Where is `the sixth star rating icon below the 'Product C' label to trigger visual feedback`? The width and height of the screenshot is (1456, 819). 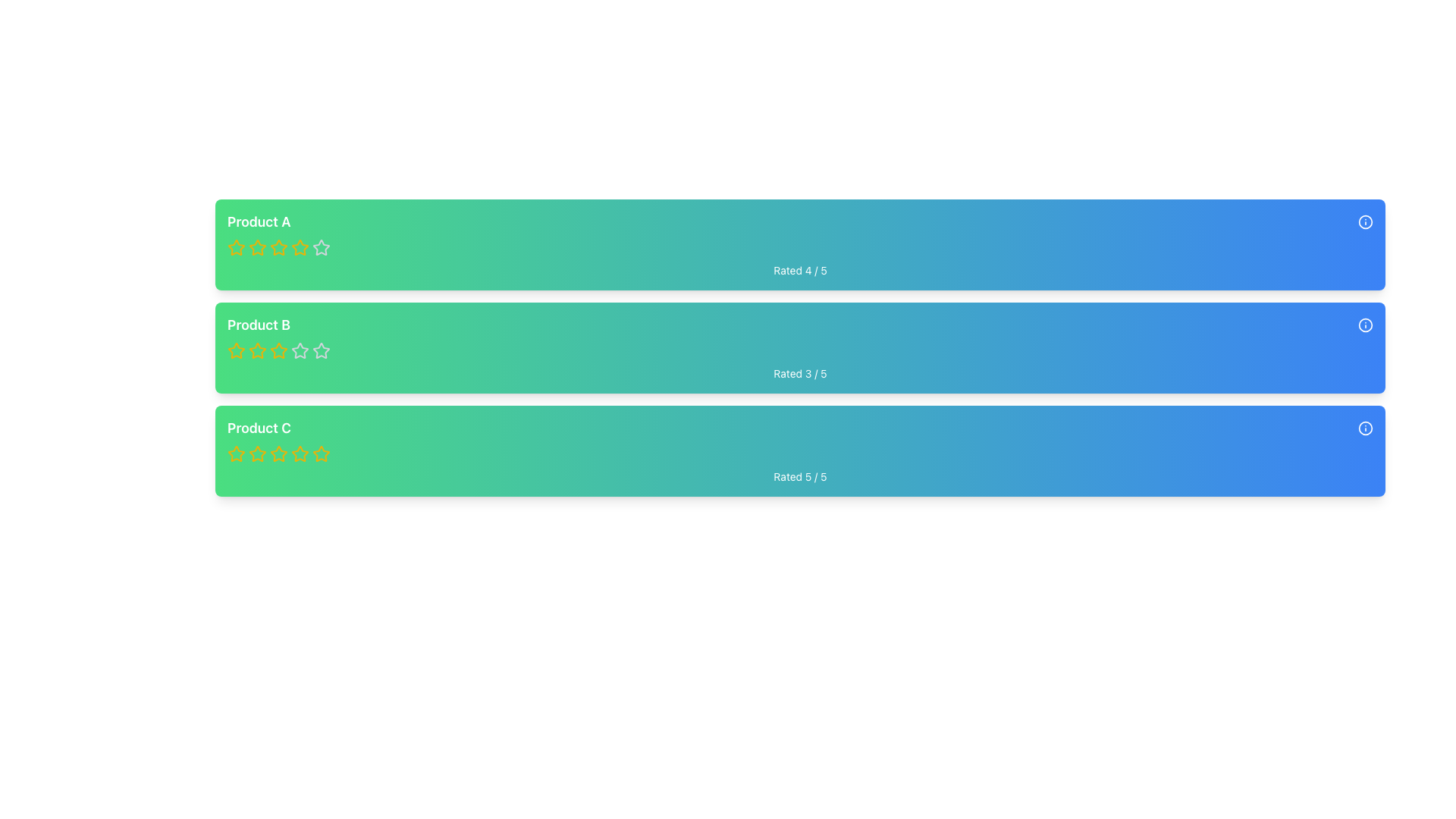 the sixth star rating icon below the 'Product C' label to trigger visual feedback is located at coordinates (300, 453).